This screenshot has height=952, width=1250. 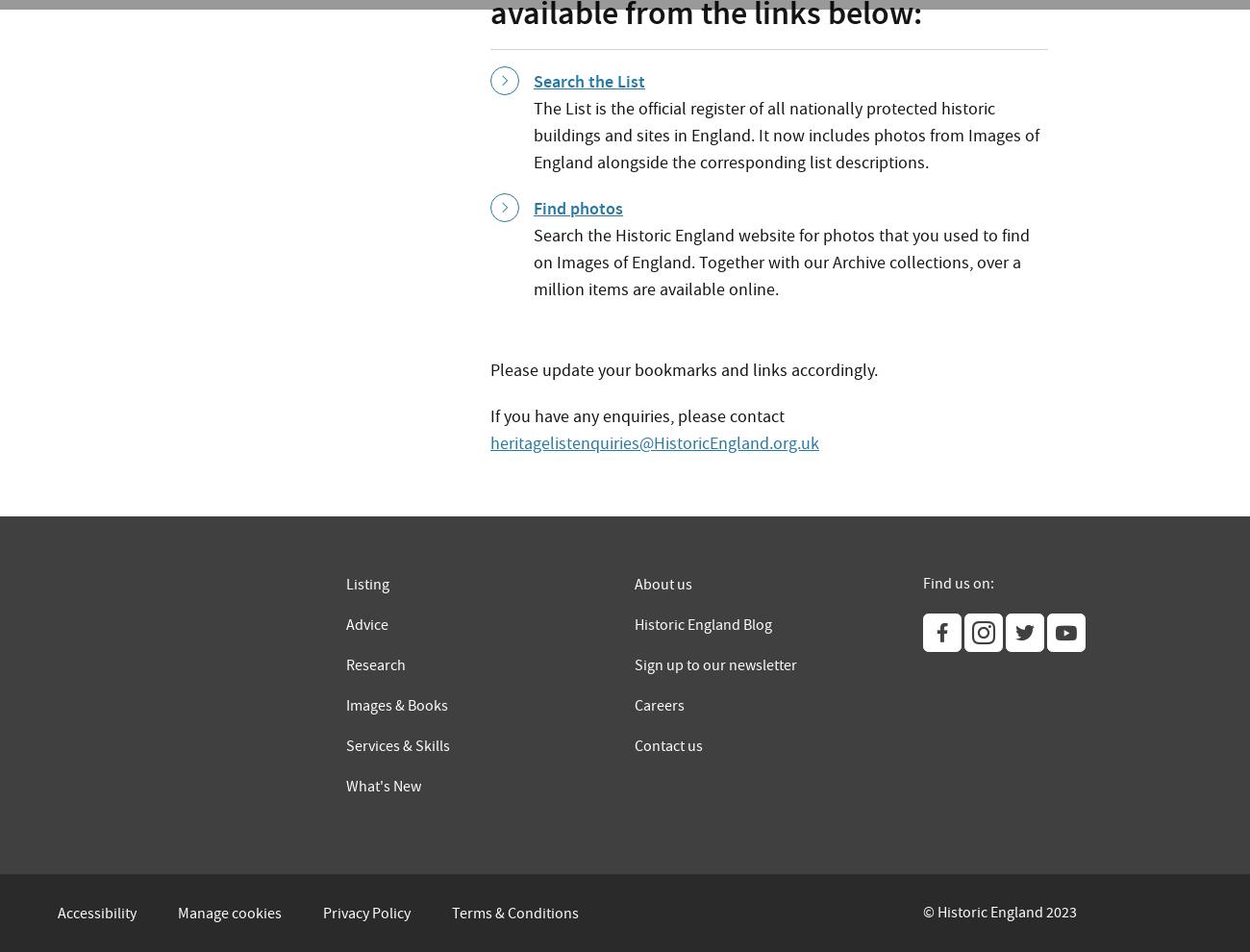 I want to click on 'Images & Books', so click(x=344, y=703).